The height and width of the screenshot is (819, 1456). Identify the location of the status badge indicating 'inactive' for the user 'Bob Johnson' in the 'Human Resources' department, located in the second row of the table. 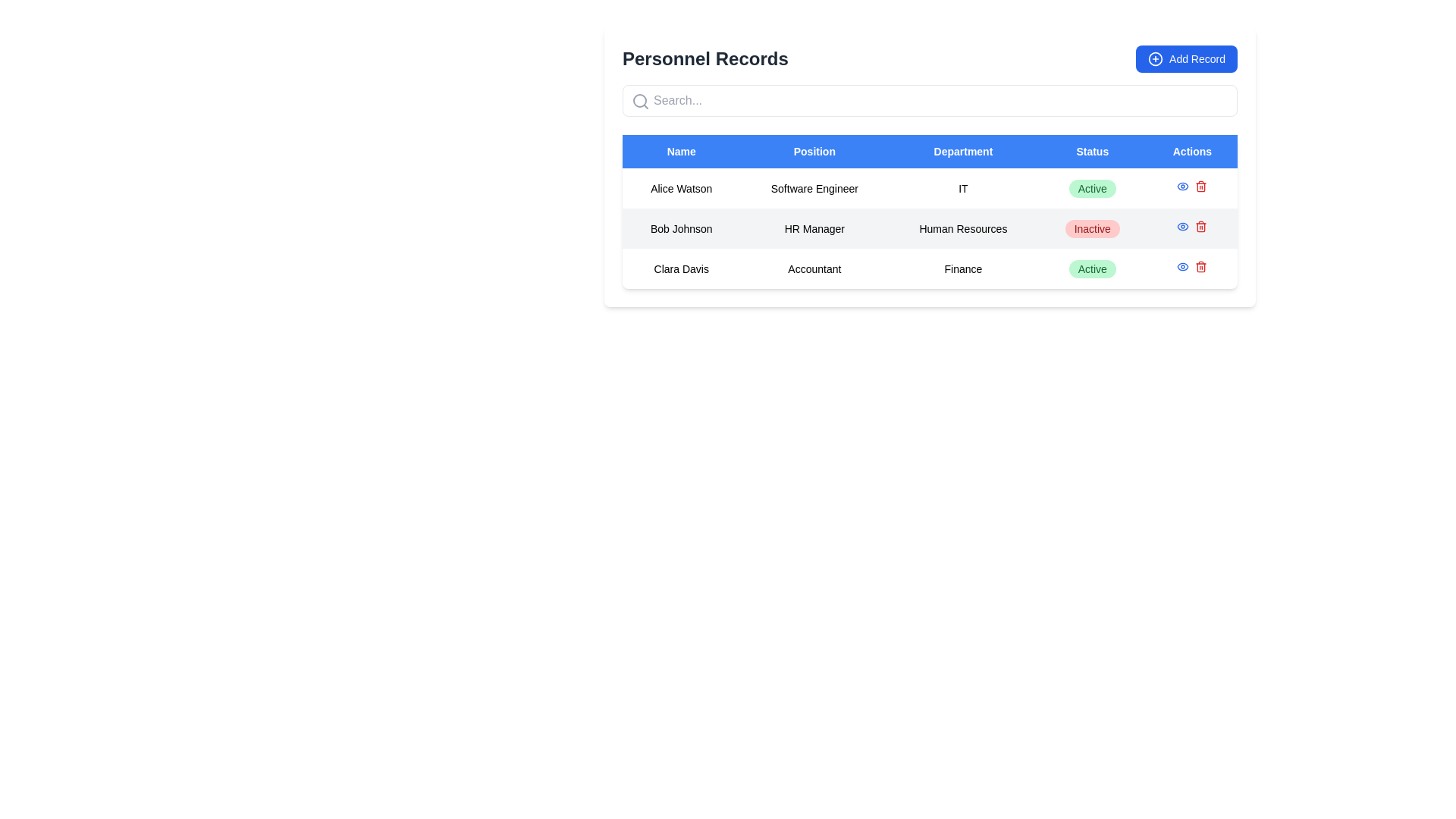
(1092, 228).